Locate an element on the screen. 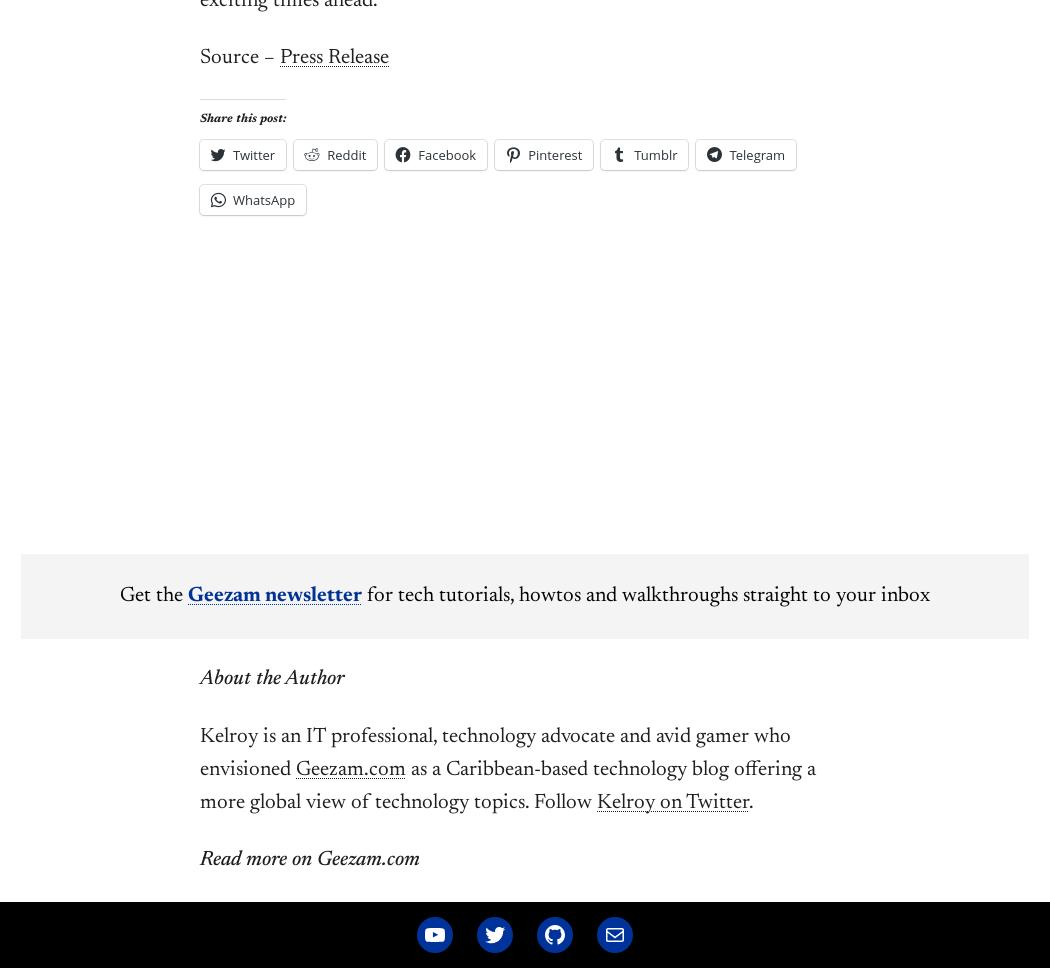 Image resolution: width=1050 pixels, height=968 pixels. 'Kelroy is an IT professional, technology advocate and avid gamer who envisioned' is located at coordinates (199, 753).